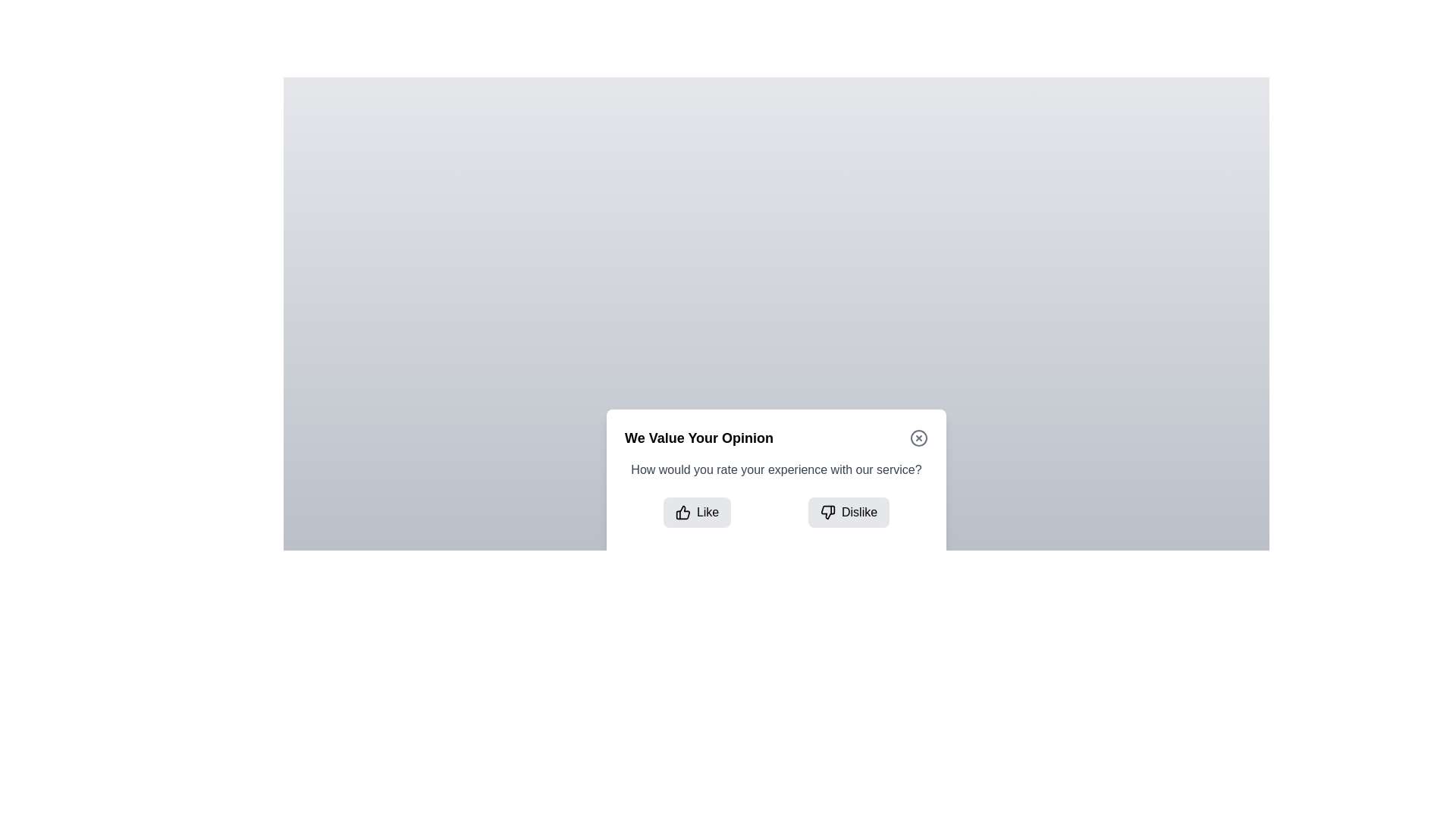  What do you see at coordinates (696, 512) in the screenshot?
I see `the 'Like' button to select the 'Like' option` at bounding box center [696, 512].